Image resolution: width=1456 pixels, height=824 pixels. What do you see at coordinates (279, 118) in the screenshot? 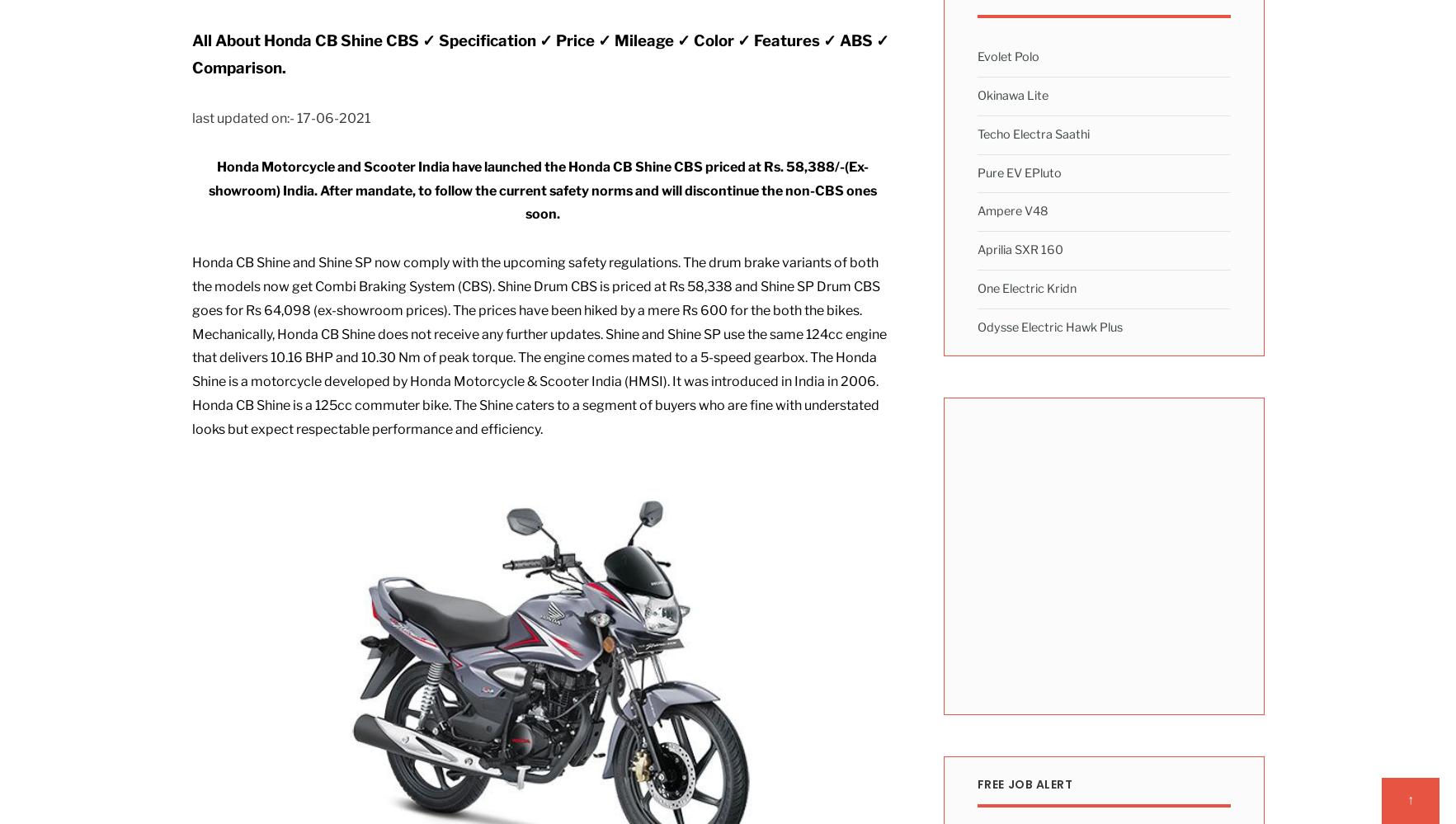
I see `'last updated on:- 17-06-2021'` at bounding box center [279, 118].